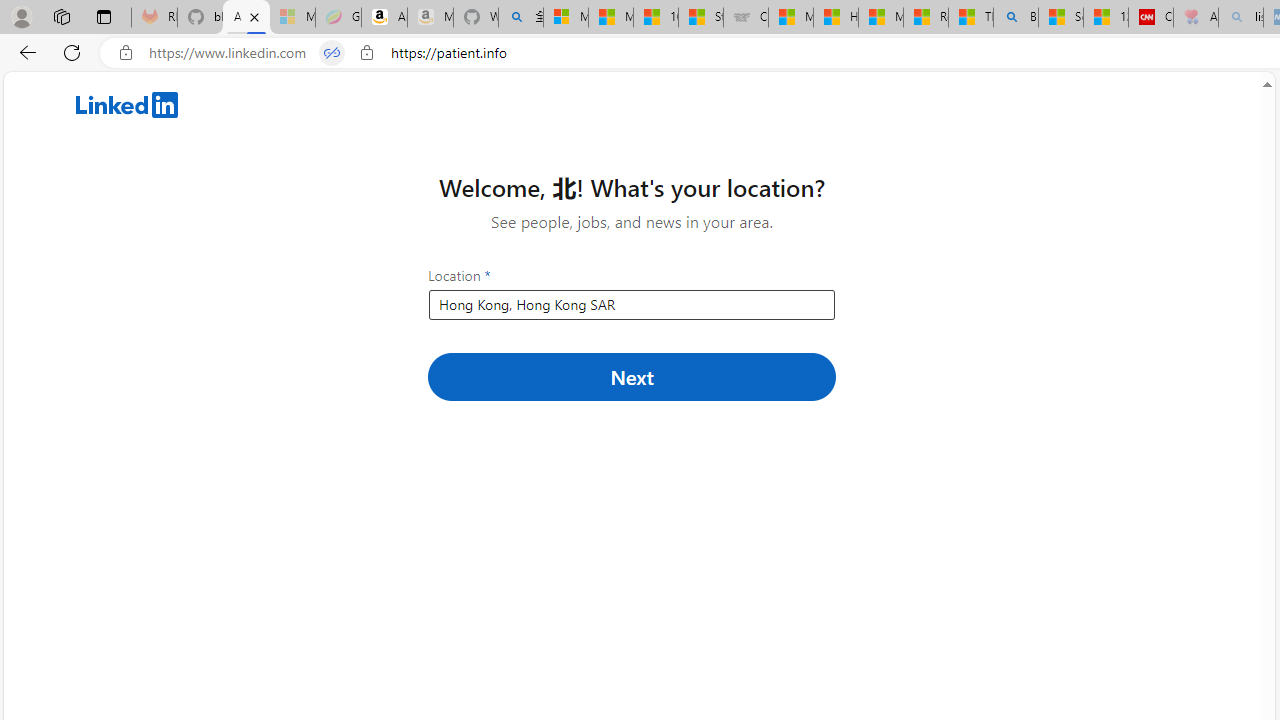 This screenshot has width=1280, height=720. Describe the element at coordinates (1196, 17) in the screenshot. I see `'Arthritis: Ask Health Professionals - Sleeping'` at that location.